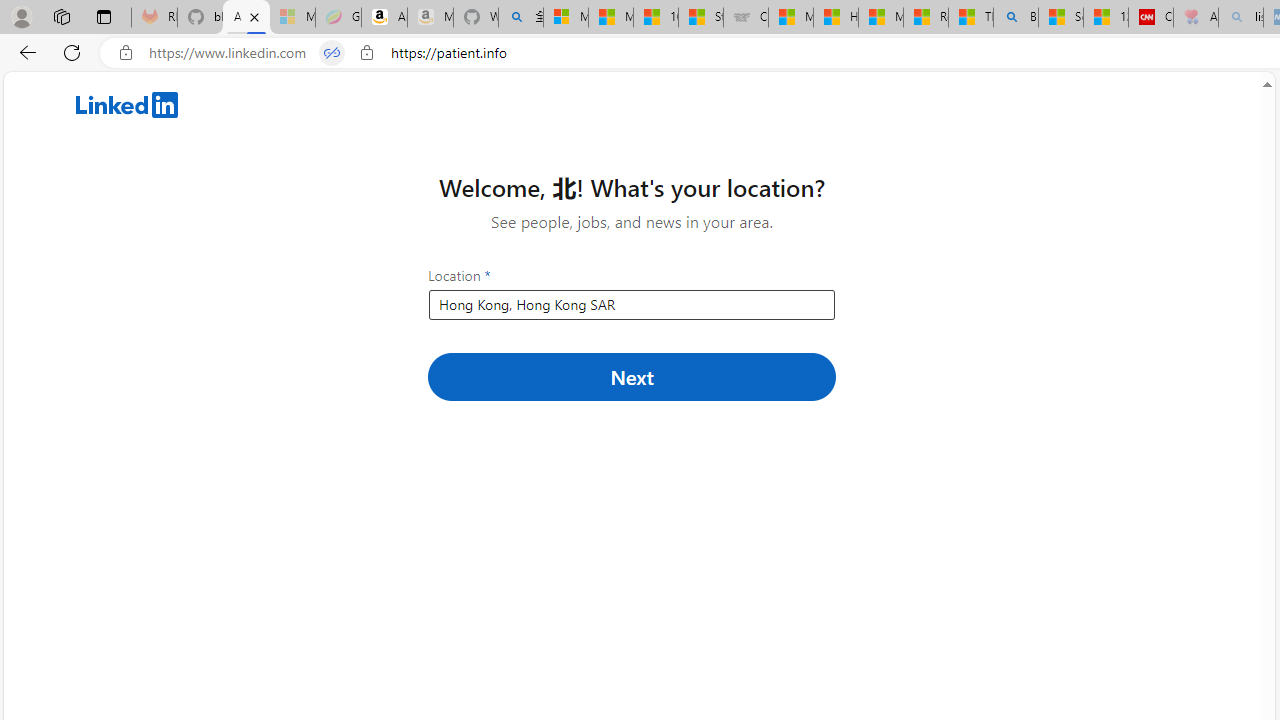 This screenshot has width=1280, height=720. Describe the element at coordinates (1196, 17) in the screenshot. I see `'Arthritis: Ask Health Professionals - Sleeping'` at that location.